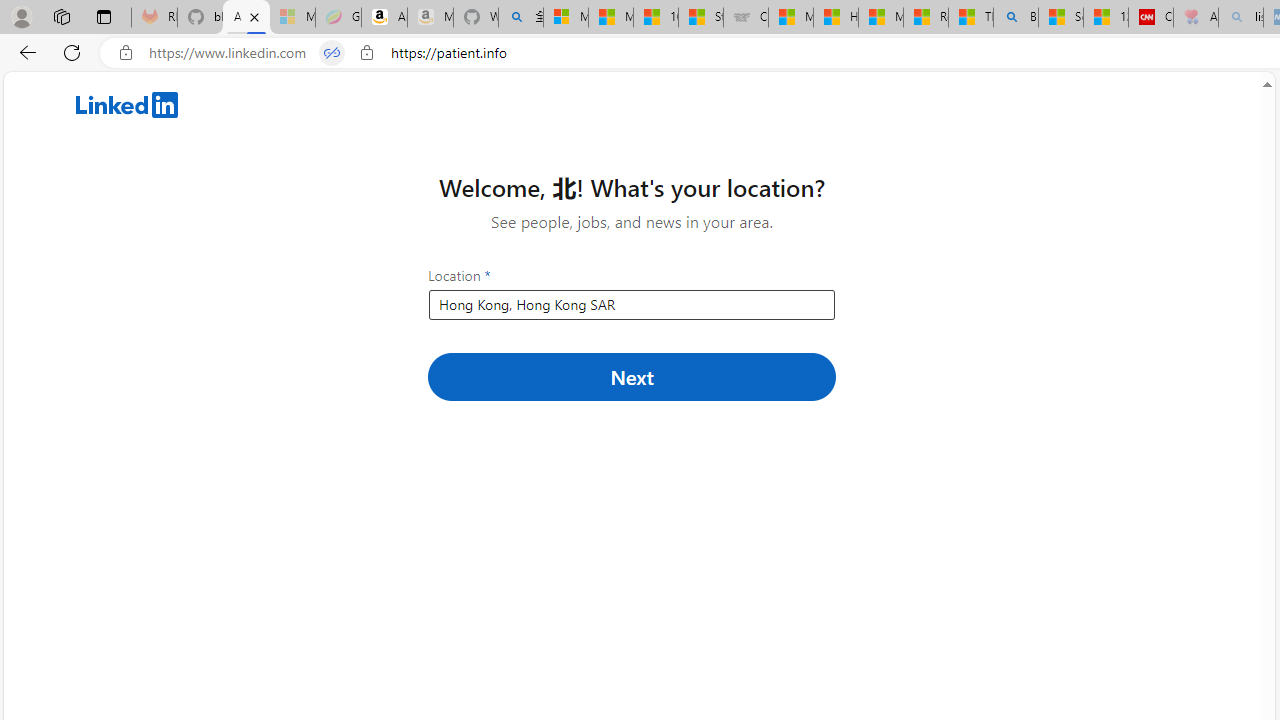 This screenshot has width=1280, height=720. Describe the element at coordinates (1196, 17) in the screenshot. I see `'Arthritis: Ask Health Professionals - Sleeping'` at that location.